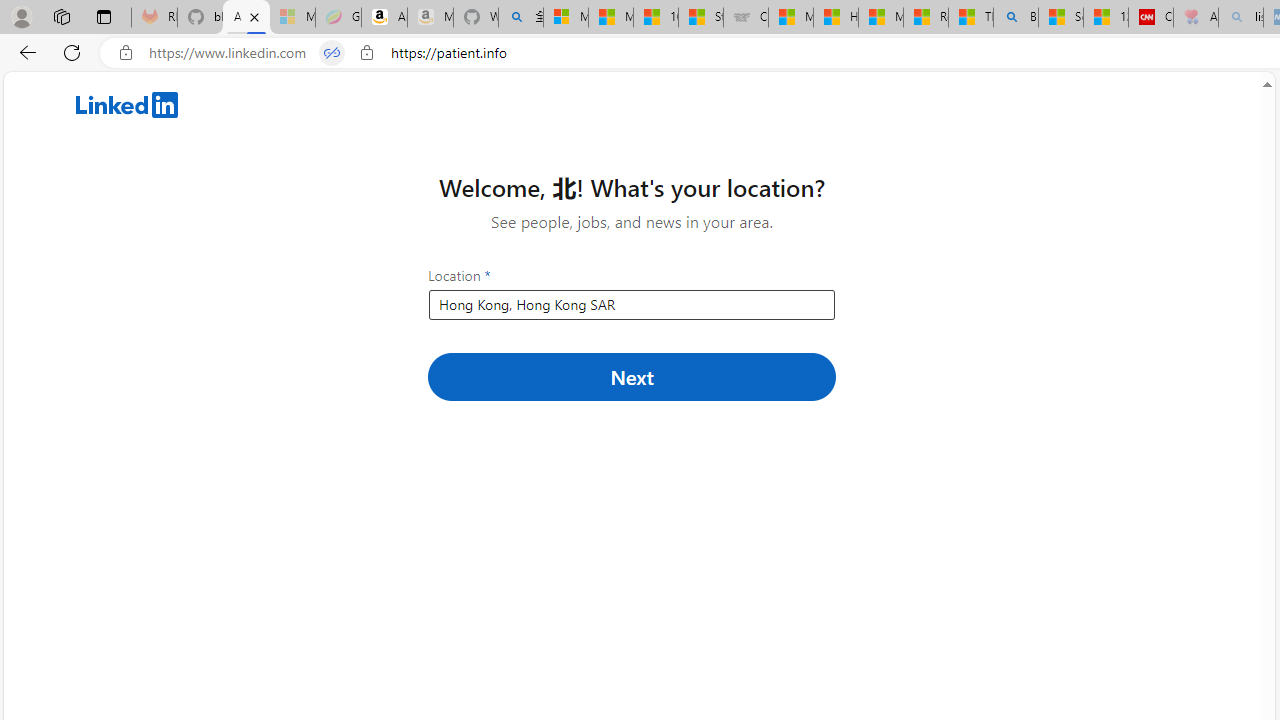 This screenshot has width=1280, height=720. Describe the element at coordinates (1196, 17) in the screenshot. I see `'Arthritis: Ask Health Professionals - Sleeping'` at that location.